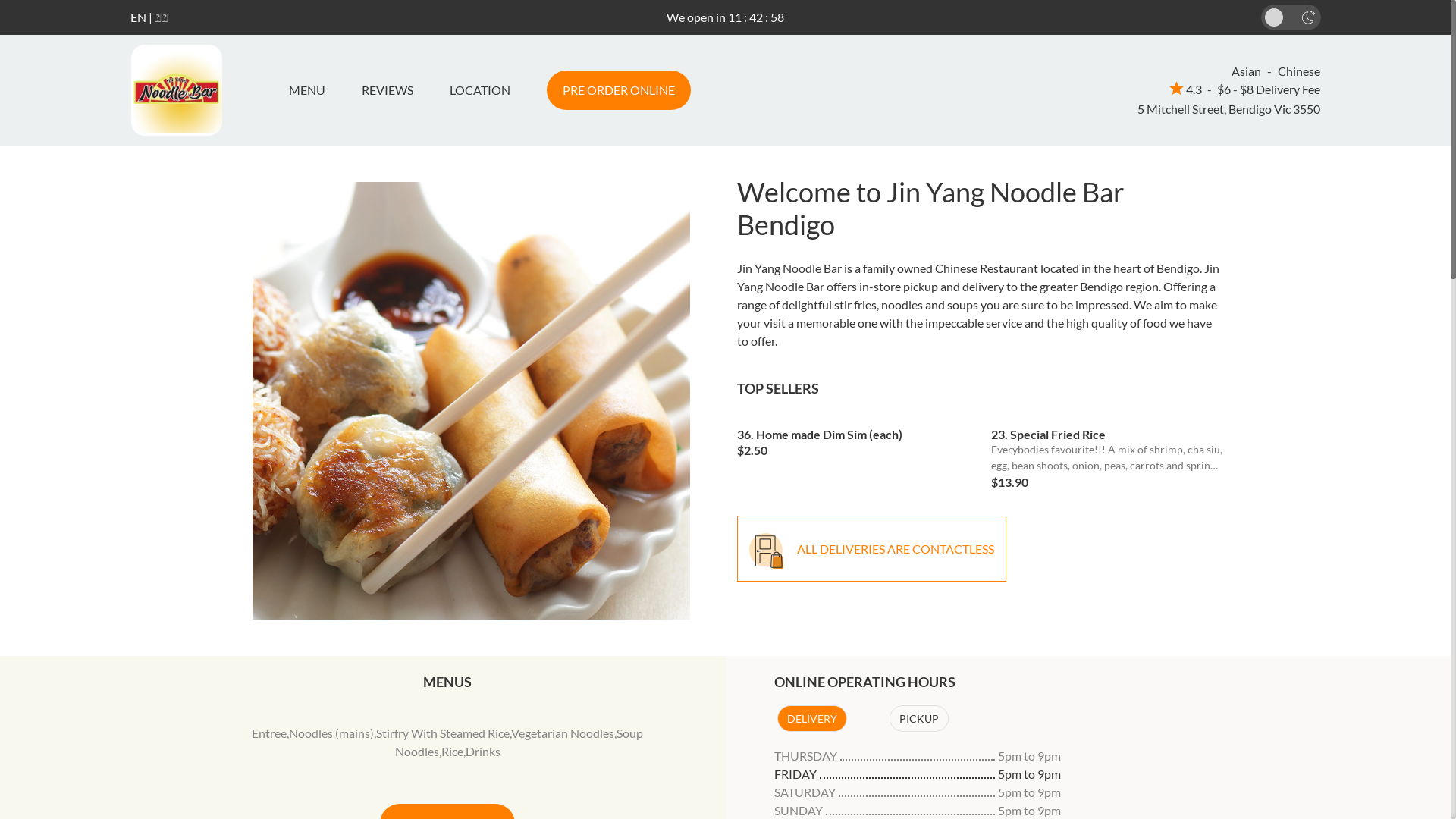  Describe the element at coordinates (917, 717) in the screenshot. I see `'PICKUP'` at that location.